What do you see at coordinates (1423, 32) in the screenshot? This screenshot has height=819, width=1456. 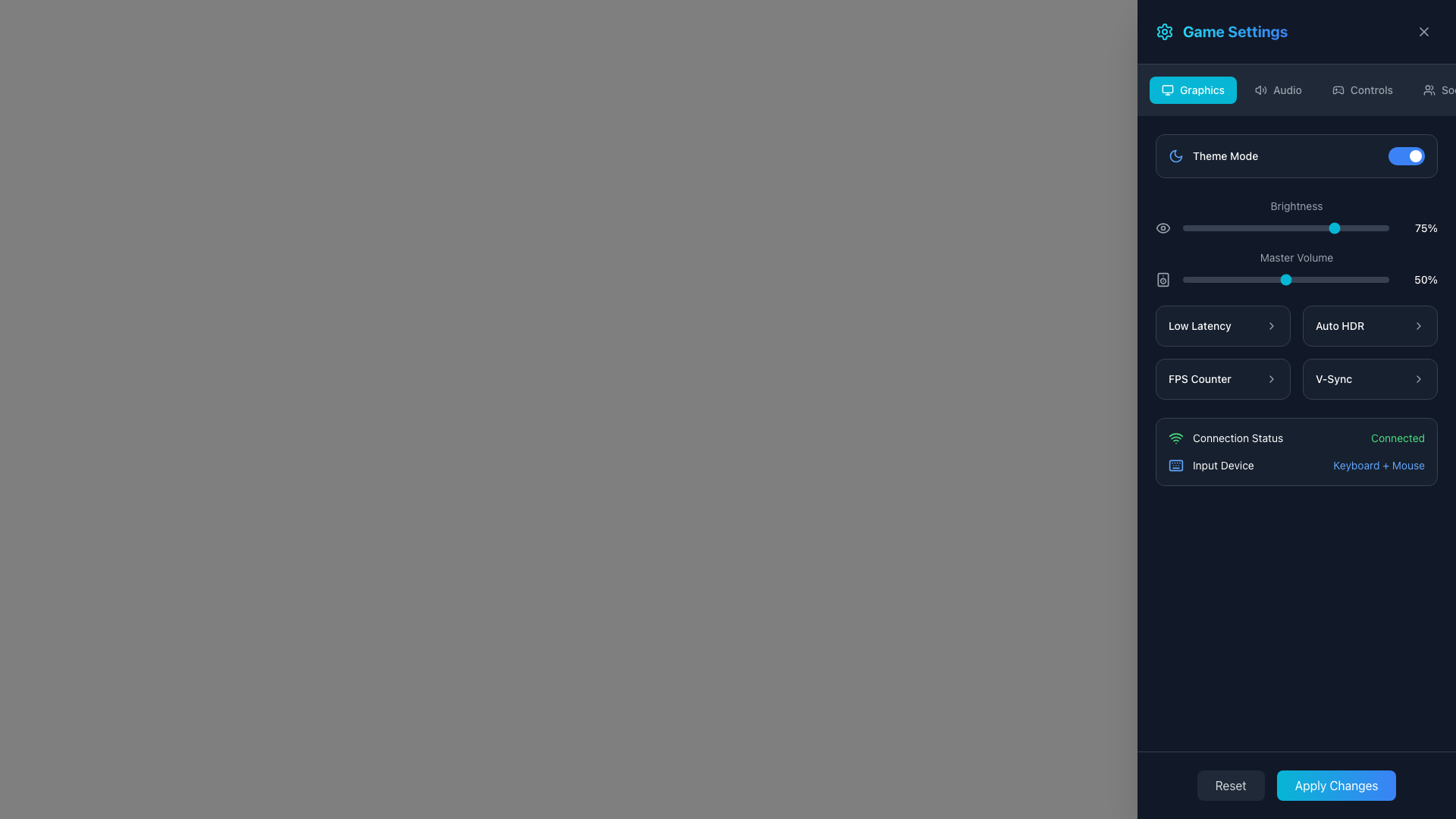 I see `the Close button, represented as a small 'X' icon in the top-right corner of the settings panel` at bounding box center [1423, 32].